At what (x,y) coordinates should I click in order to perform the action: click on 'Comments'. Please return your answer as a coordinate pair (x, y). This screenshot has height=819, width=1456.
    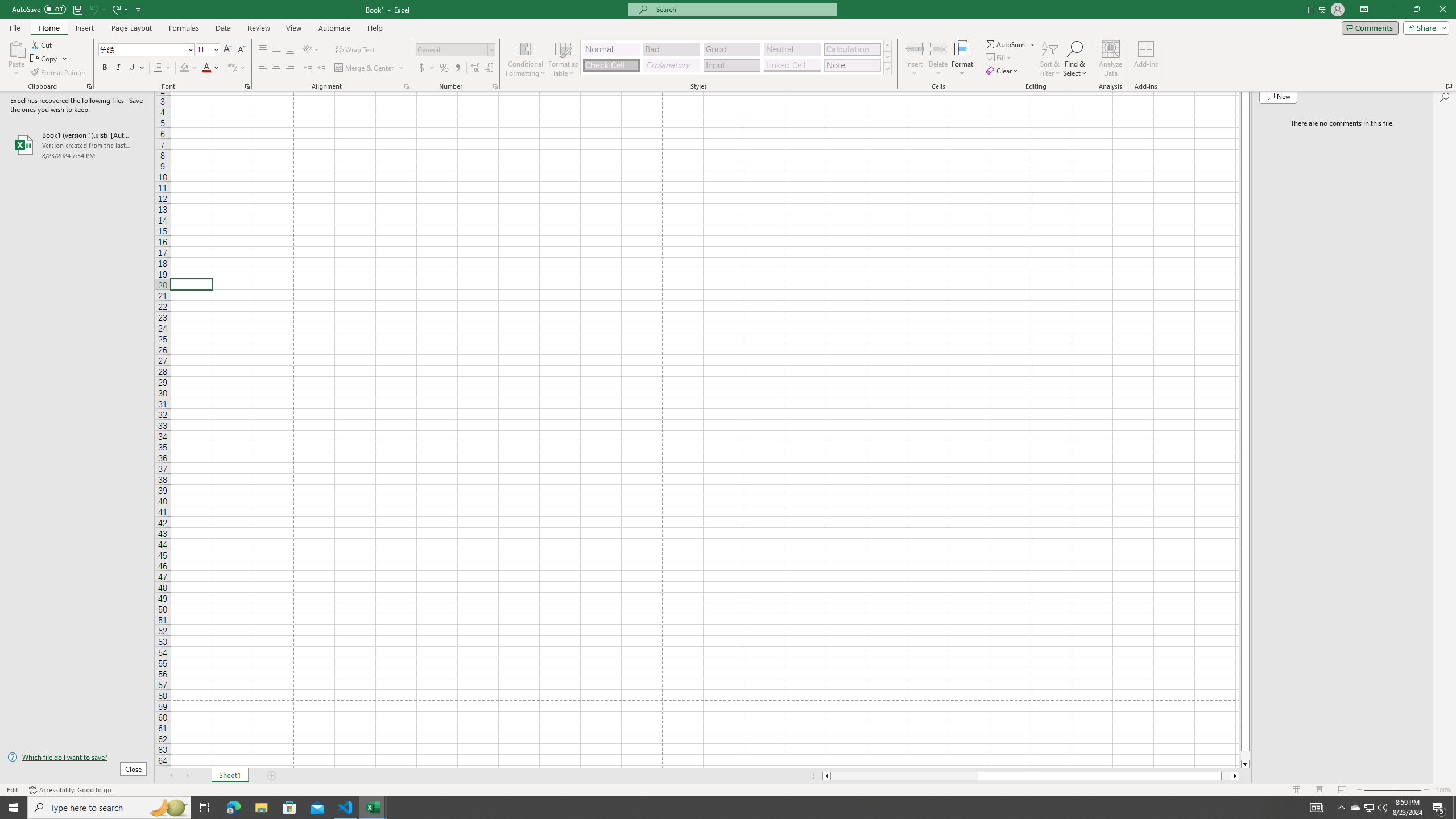
    Looking at the image, I should click on (1370, 27).